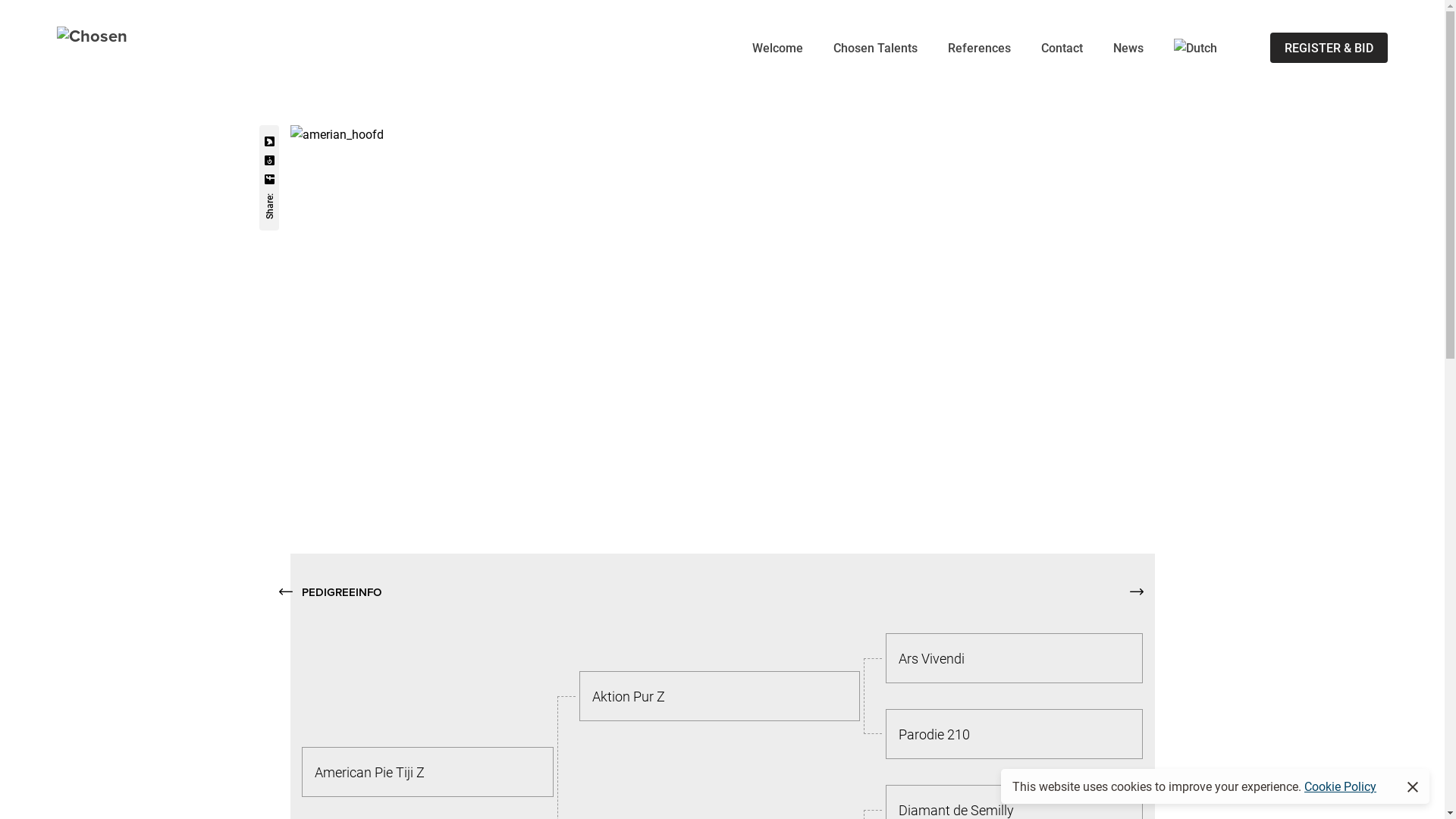 The image size is (1456, 819). Describe the element at coordinates (335, 133) in the screenshot. I see `'amerian_hoofd'` at that location.